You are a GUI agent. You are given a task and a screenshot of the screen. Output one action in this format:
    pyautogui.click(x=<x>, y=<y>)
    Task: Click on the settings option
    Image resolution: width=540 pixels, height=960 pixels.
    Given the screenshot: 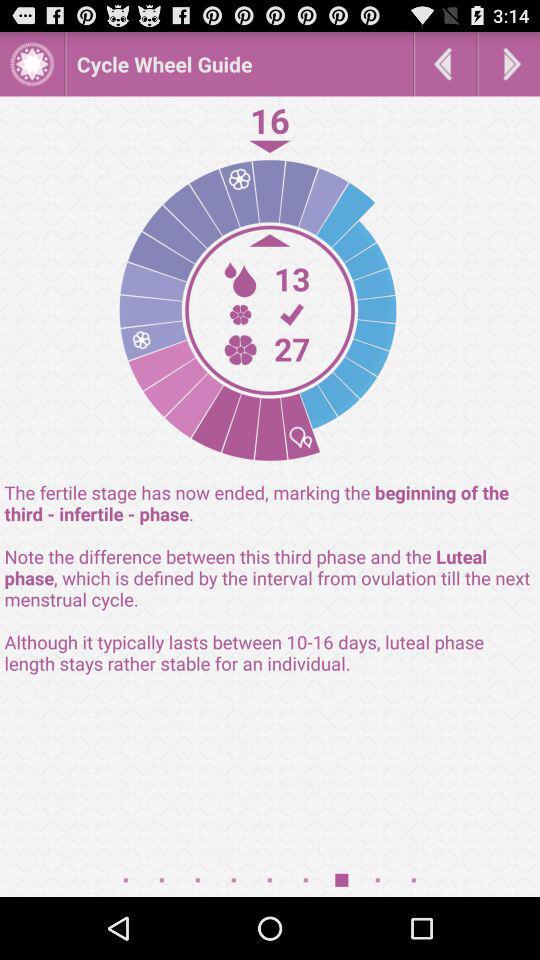 What is the action you would take?
    pyautogui.click(x=31, y=63)
    